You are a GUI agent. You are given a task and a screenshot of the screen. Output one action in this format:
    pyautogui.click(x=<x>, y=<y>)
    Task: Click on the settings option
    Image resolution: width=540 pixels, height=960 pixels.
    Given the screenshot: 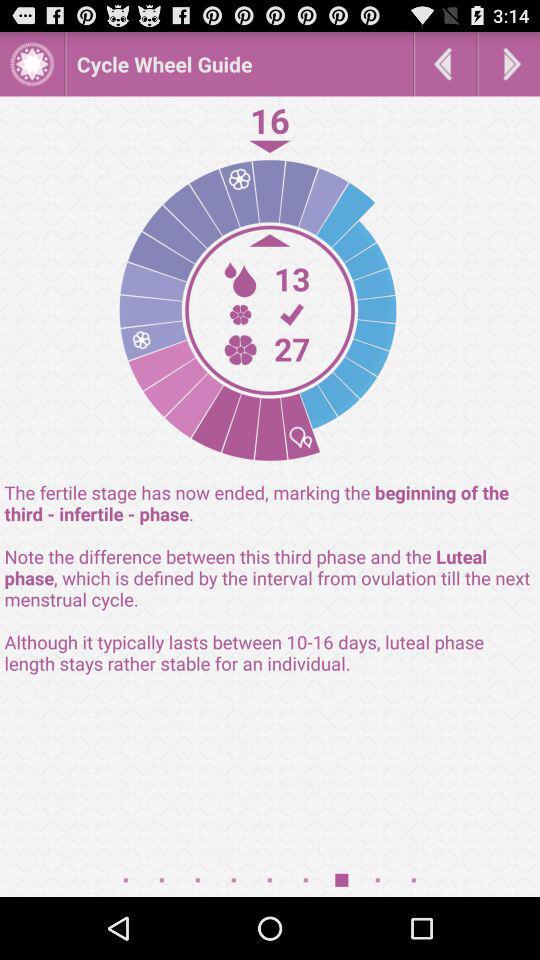 What is the action you would take?
    pyautogui.click(x=31, y=63)
    